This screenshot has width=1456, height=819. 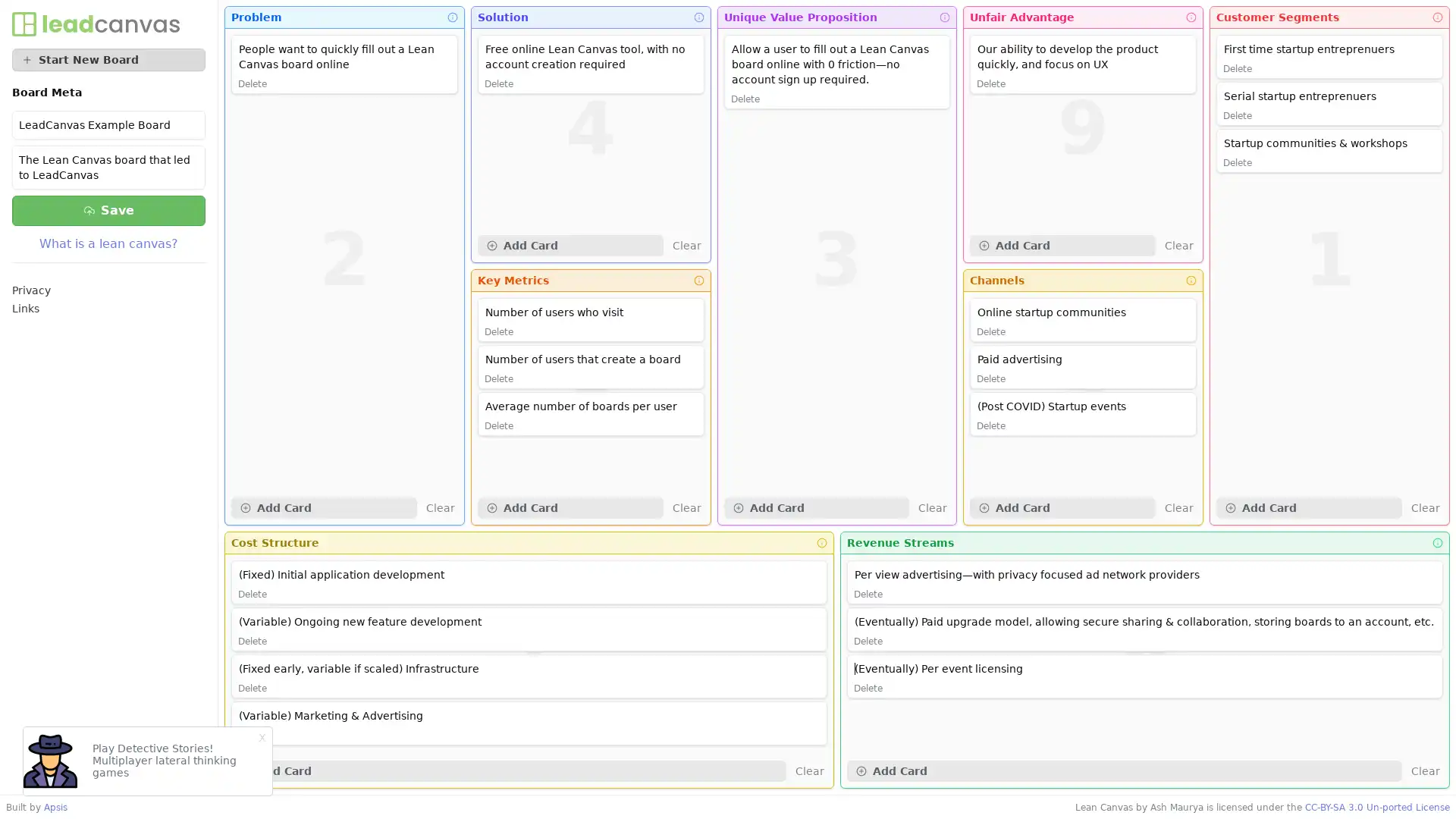 What do you see at coordinates (815, 508) in the screenshot?
I see `Add Card` at bounding box center [815, 508].